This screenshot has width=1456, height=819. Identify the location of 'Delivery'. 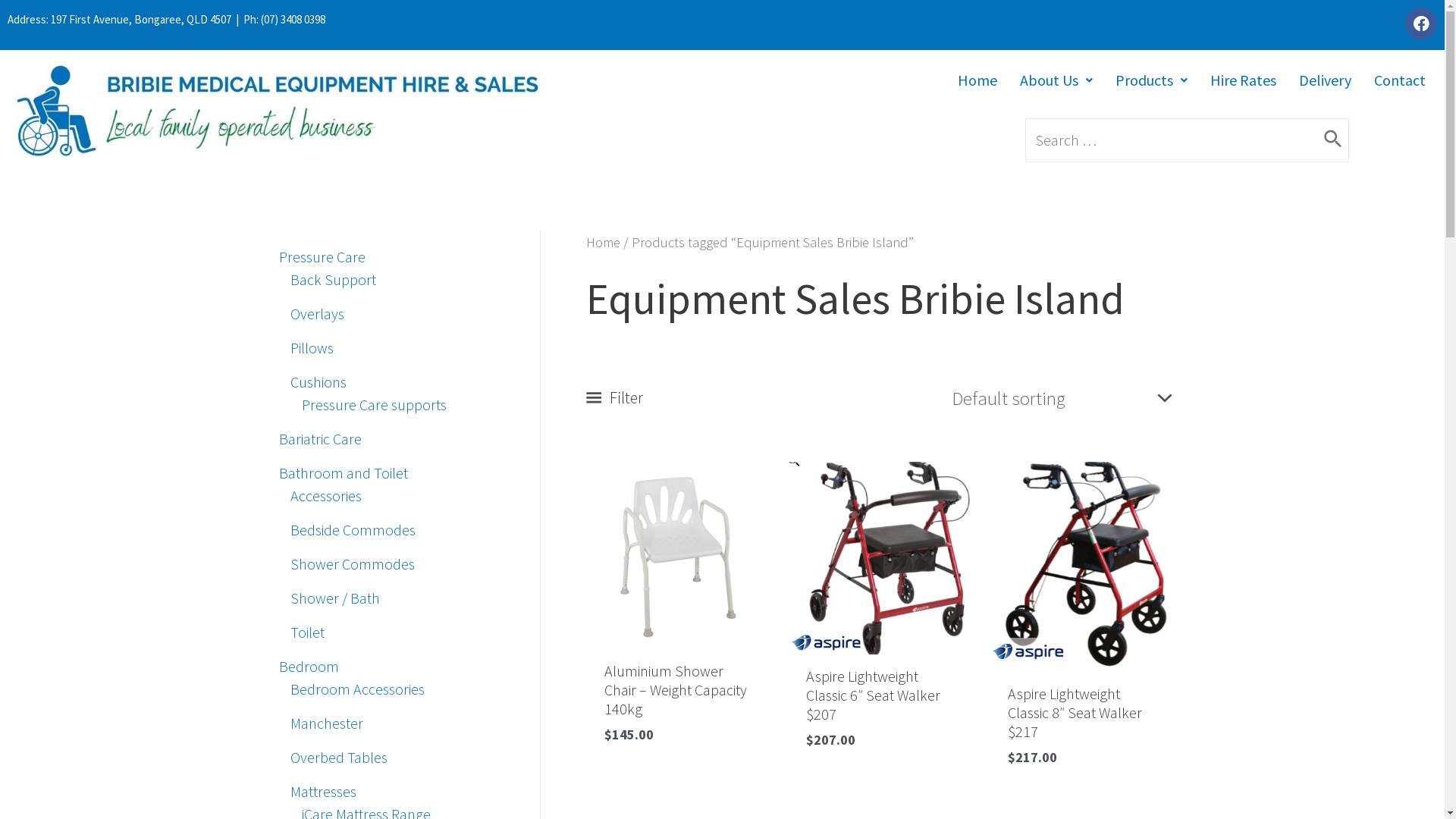
(1324, 80).